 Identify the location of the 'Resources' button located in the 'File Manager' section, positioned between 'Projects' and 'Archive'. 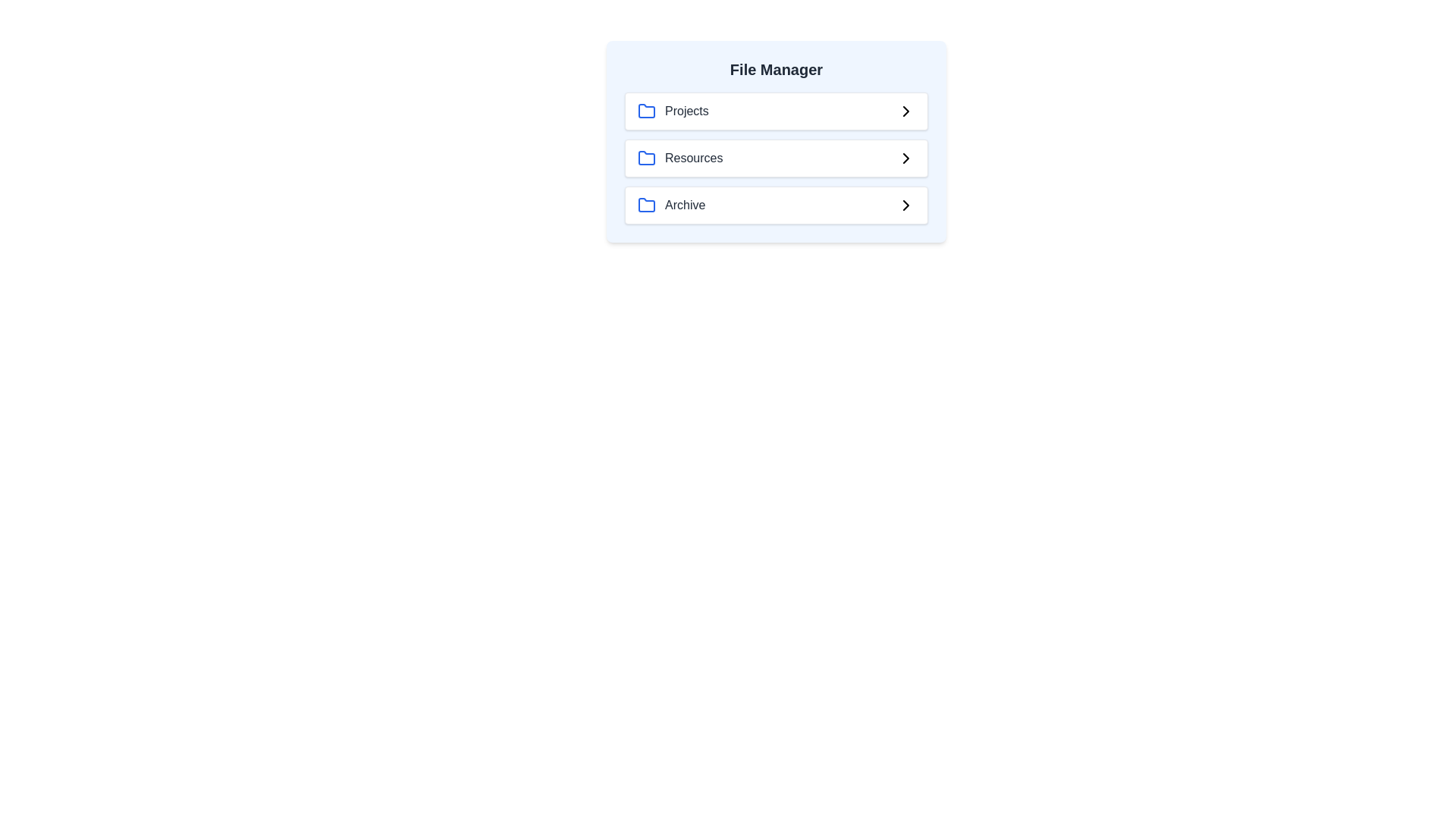
(776, 158).